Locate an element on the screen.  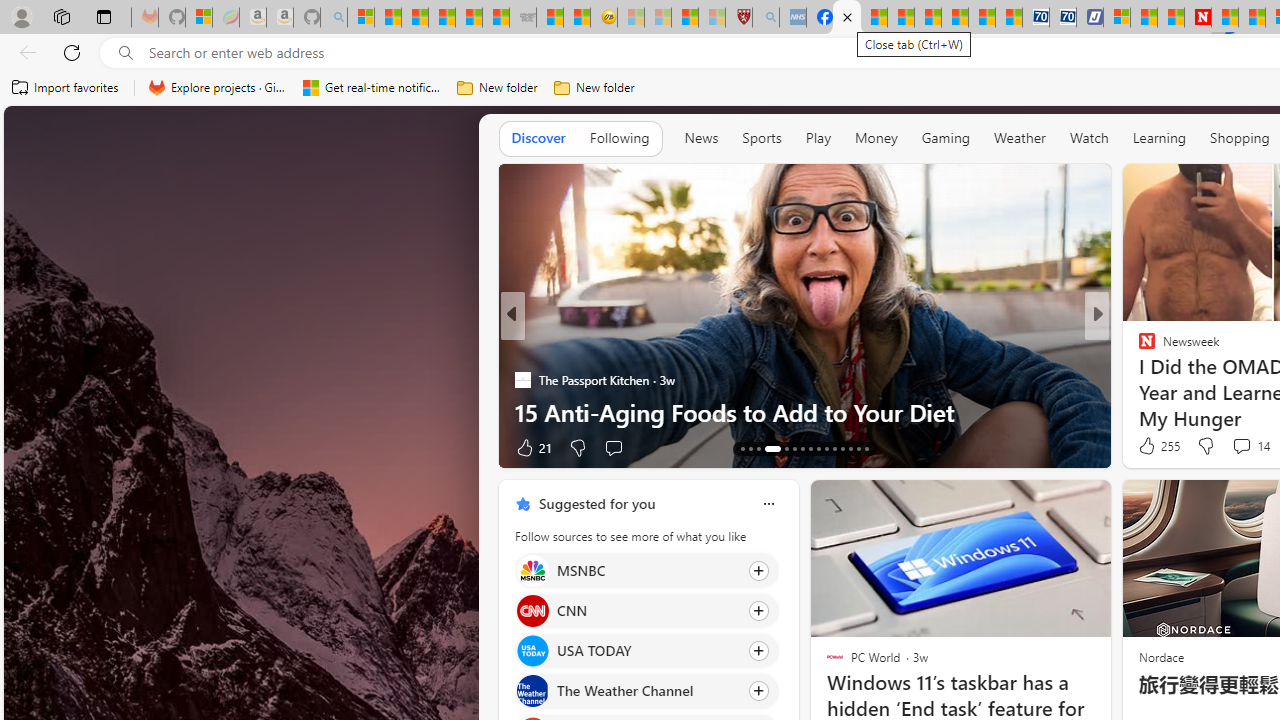
'AutomationID: tab-77' is located at coordinates (842, 447).